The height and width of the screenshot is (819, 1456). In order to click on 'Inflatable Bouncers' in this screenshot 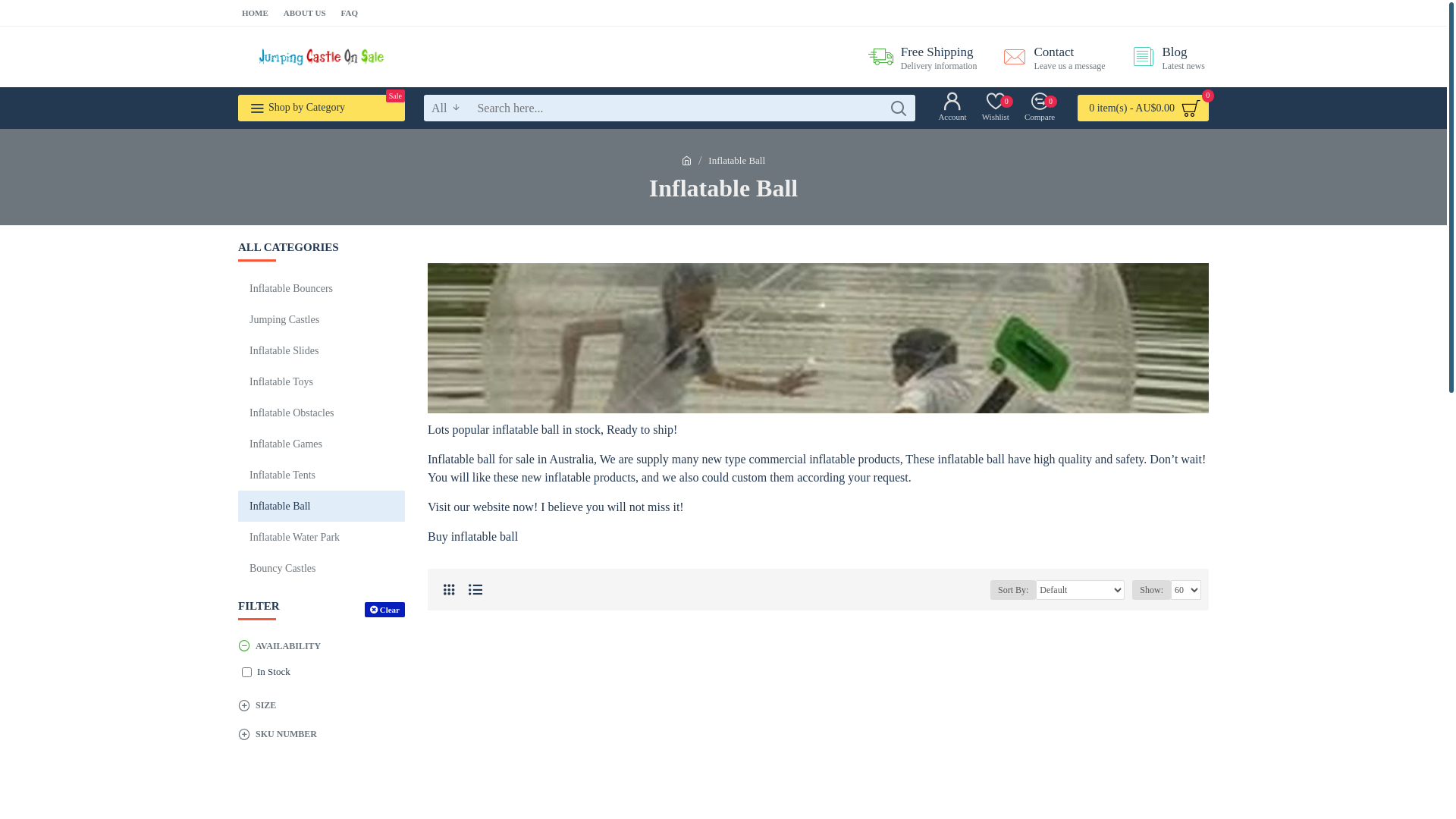, I will do `click(320, 288)`.